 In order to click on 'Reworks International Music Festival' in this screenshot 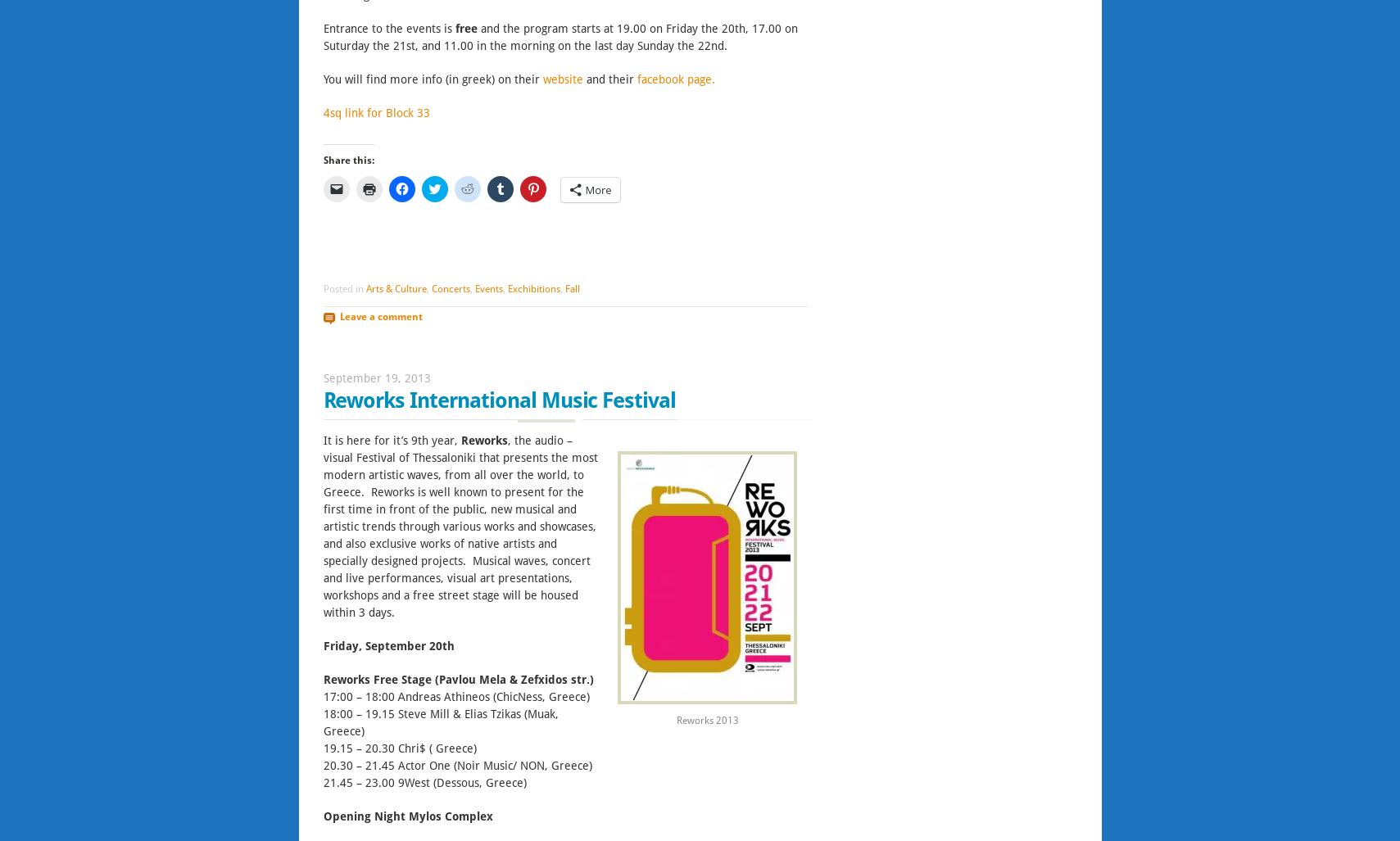, I will do `click(321, 400)`.